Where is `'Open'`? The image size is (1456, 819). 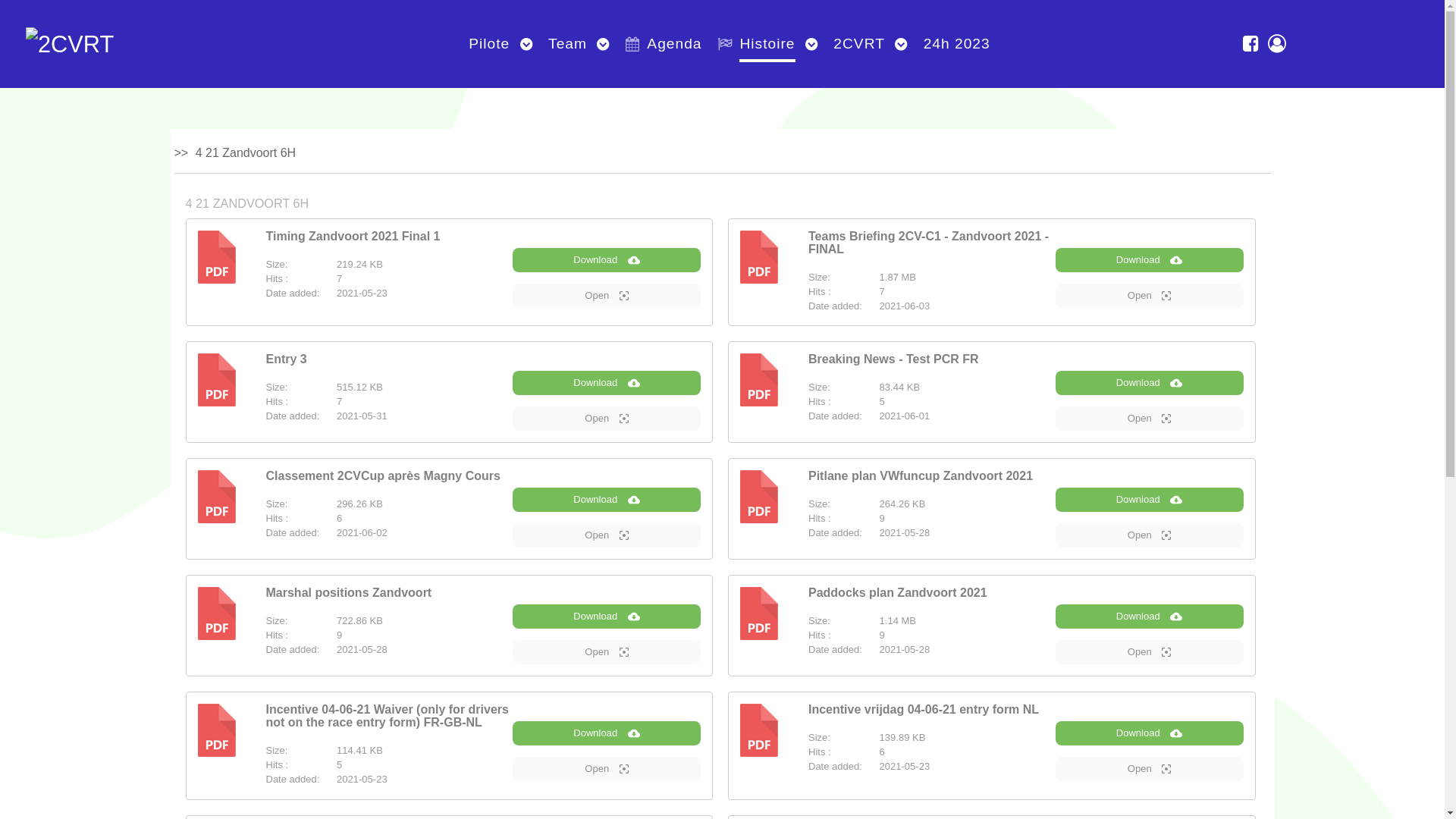
'Open' is located at coordinates (1150, 295).